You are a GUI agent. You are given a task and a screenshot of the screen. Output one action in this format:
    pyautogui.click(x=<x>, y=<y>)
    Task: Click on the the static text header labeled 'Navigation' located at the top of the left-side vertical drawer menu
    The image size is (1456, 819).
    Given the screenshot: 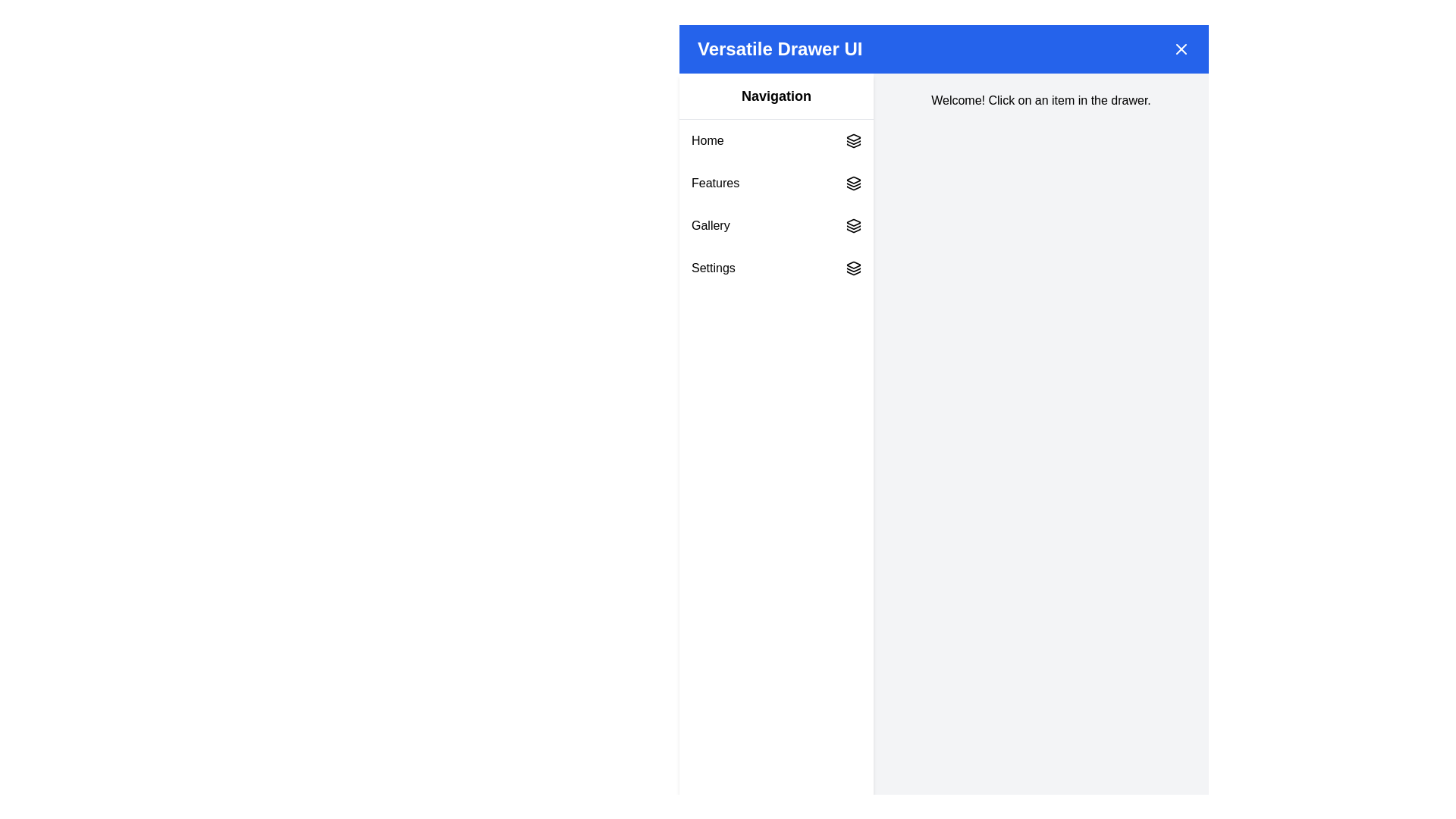 What is the action you would take?
    pyautogui.click(x=776, y=96)
    